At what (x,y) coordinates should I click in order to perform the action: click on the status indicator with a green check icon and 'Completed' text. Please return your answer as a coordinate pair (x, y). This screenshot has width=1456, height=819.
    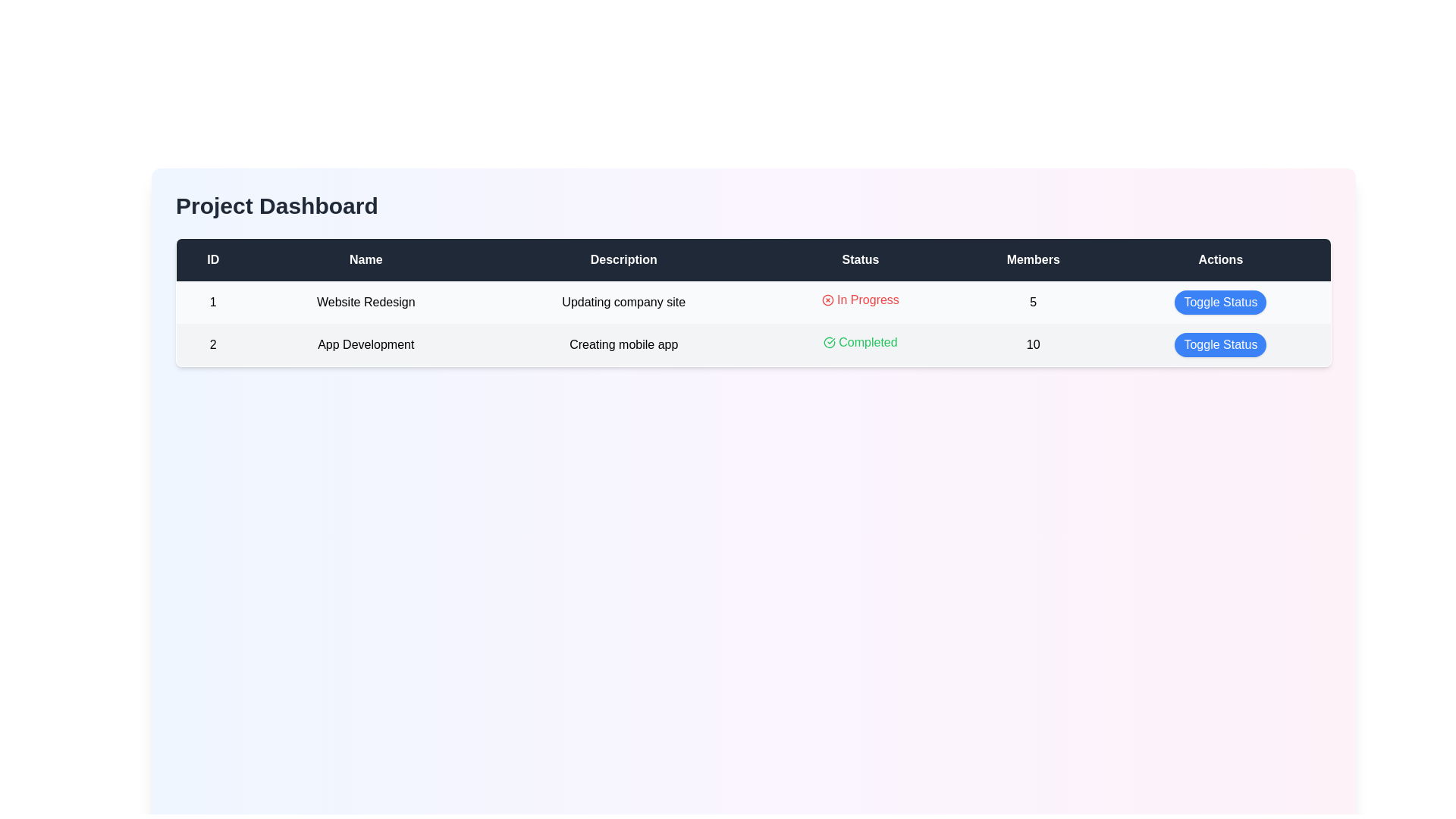
    Looking at the image, I should click on (860, 342).